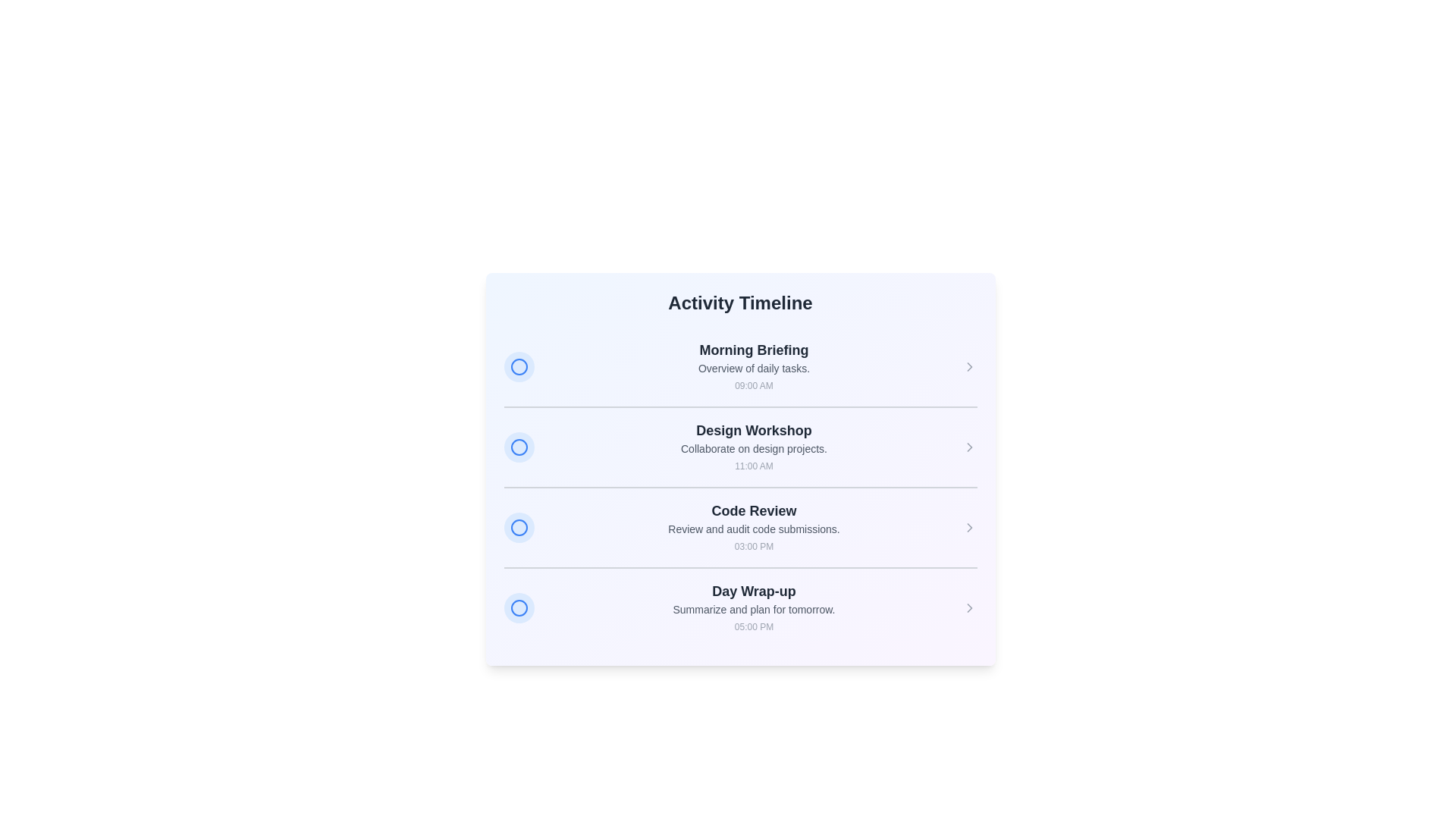 Image resolution: width=1456 pixels, height=819 pixels. Describe the element at coordinates (754, 590) in the screenshot. I see `the bold text component displaying the title 'Day Wrap-up' located in the 'Activity Timeline' section` at that location.